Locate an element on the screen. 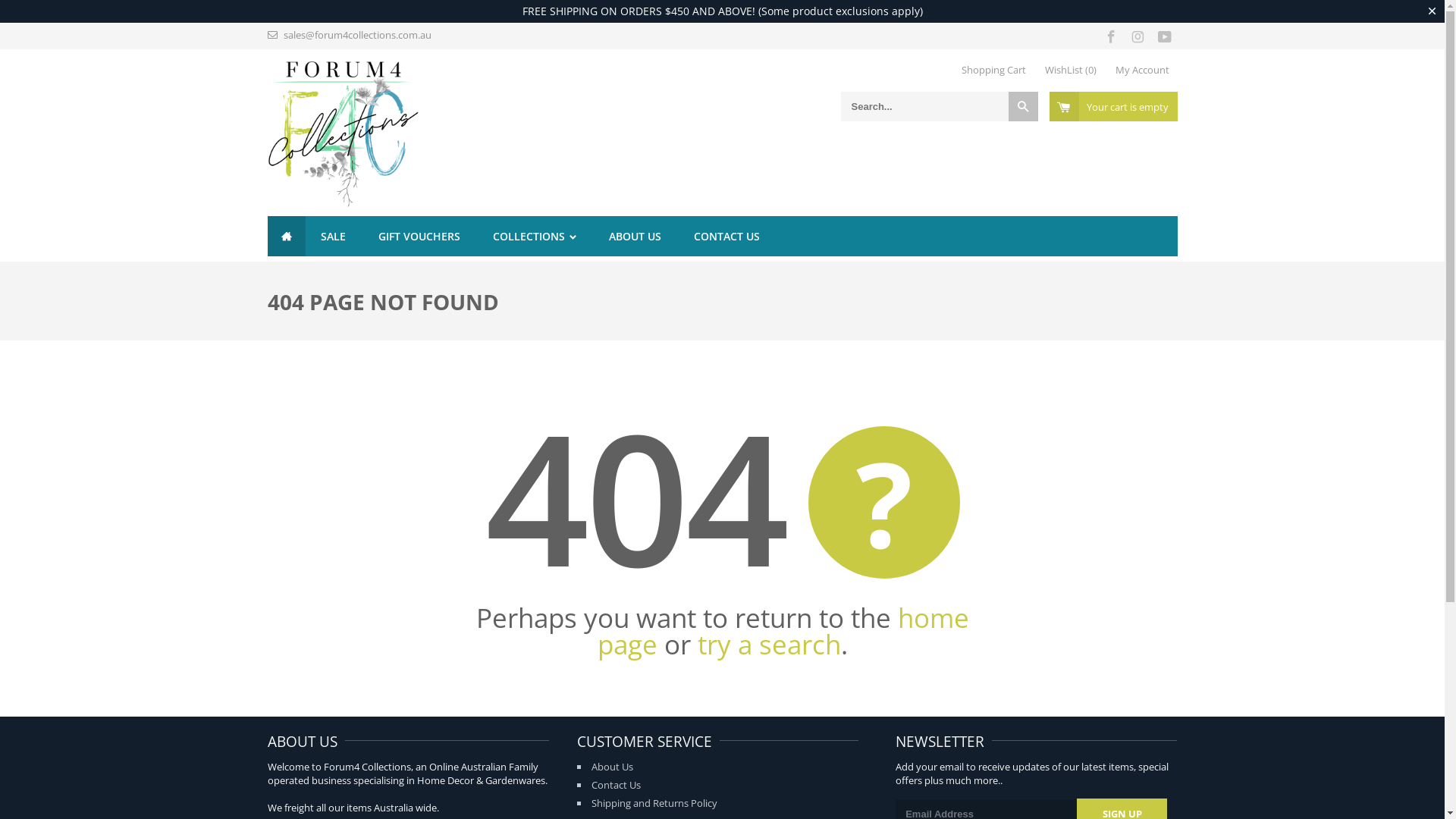  'ABOUT US' is located at coordinates (635, 236).